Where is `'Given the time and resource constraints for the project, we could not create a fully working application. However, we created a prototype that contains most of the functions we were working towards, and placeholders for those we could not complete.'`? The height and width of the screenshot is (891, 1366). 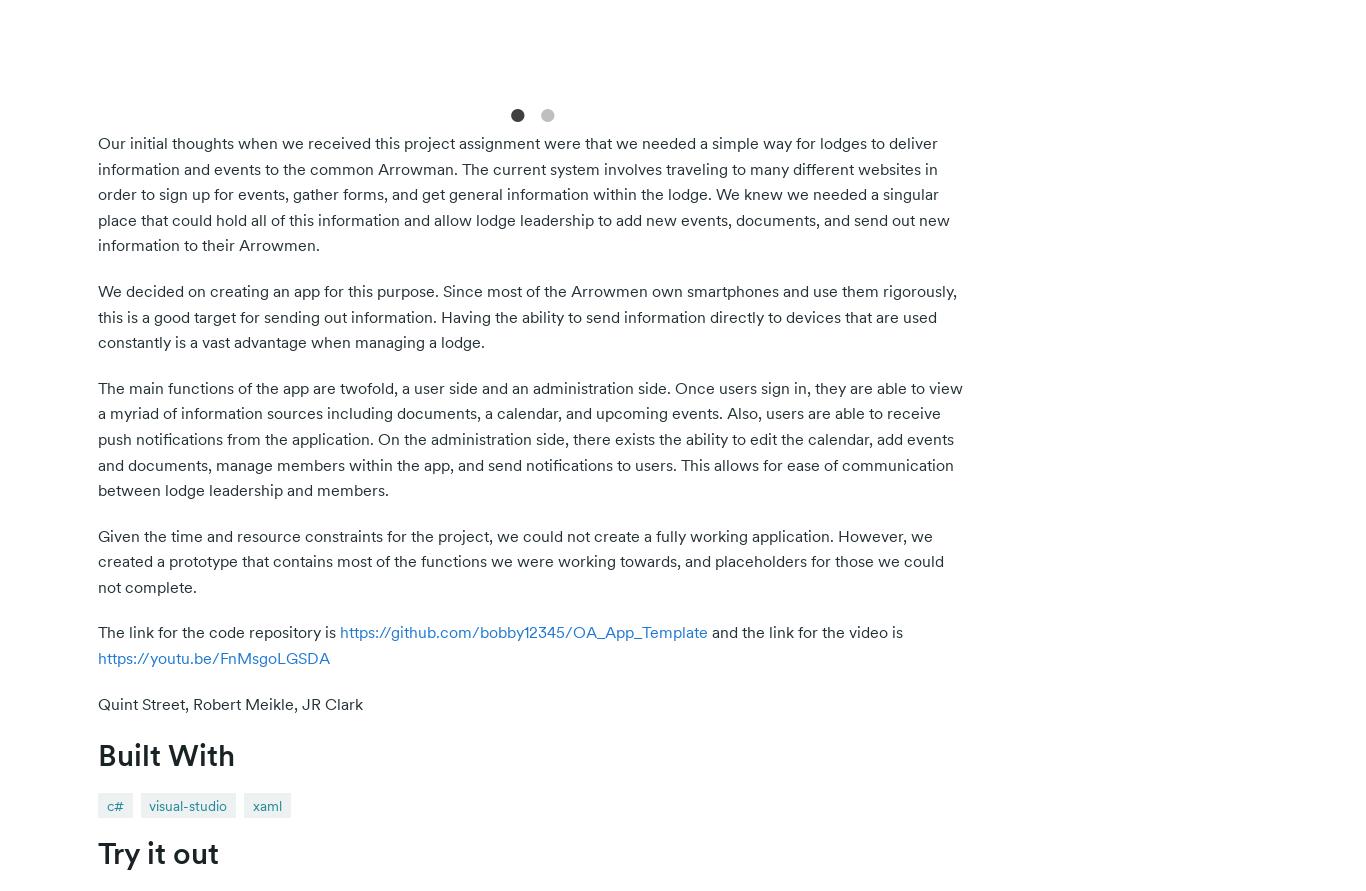 'Given the time and resource constraints for the project, we could not create a fully working application. However, we created a prototype that contains most of the functions we were working towards, and placeholders for those we could not complete.' is located at coordinates (520, 560).